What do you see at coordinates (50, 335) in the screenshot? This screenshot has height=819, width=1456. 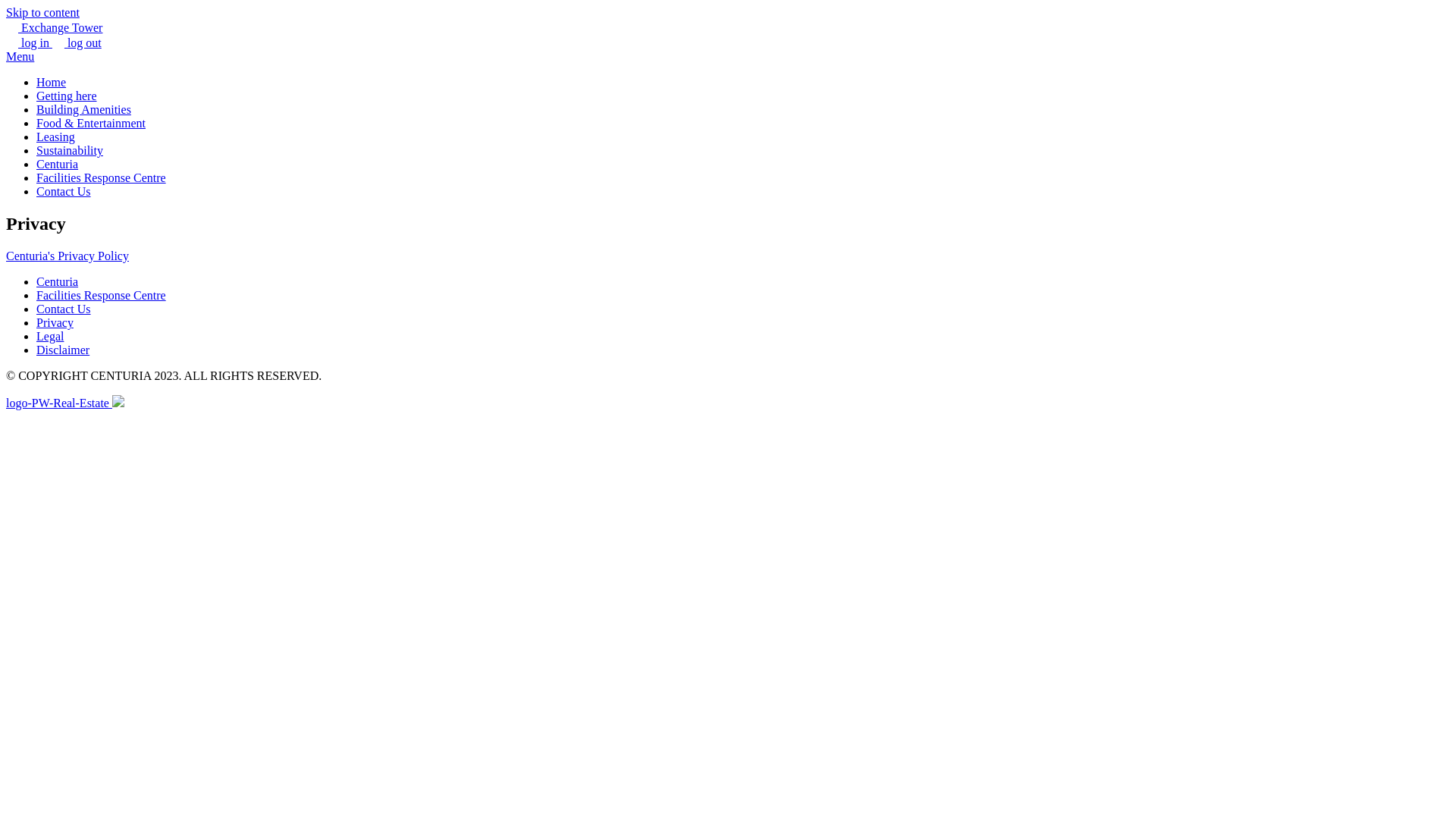 I see `'Legal'` at bounding box center [50, 335].